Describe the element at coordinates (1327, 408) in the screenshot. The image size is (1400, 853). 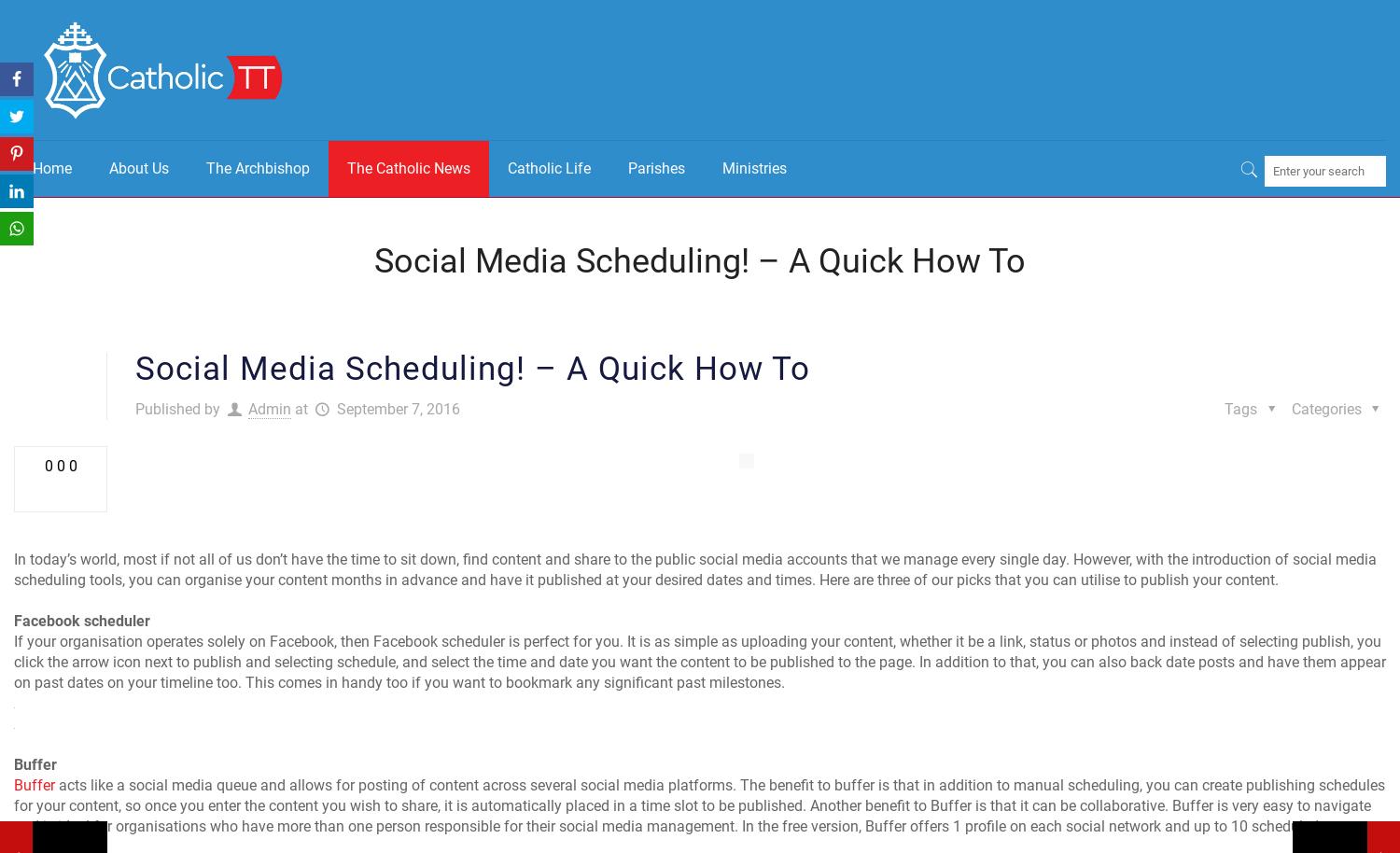
I see `'Categories'` at that location.